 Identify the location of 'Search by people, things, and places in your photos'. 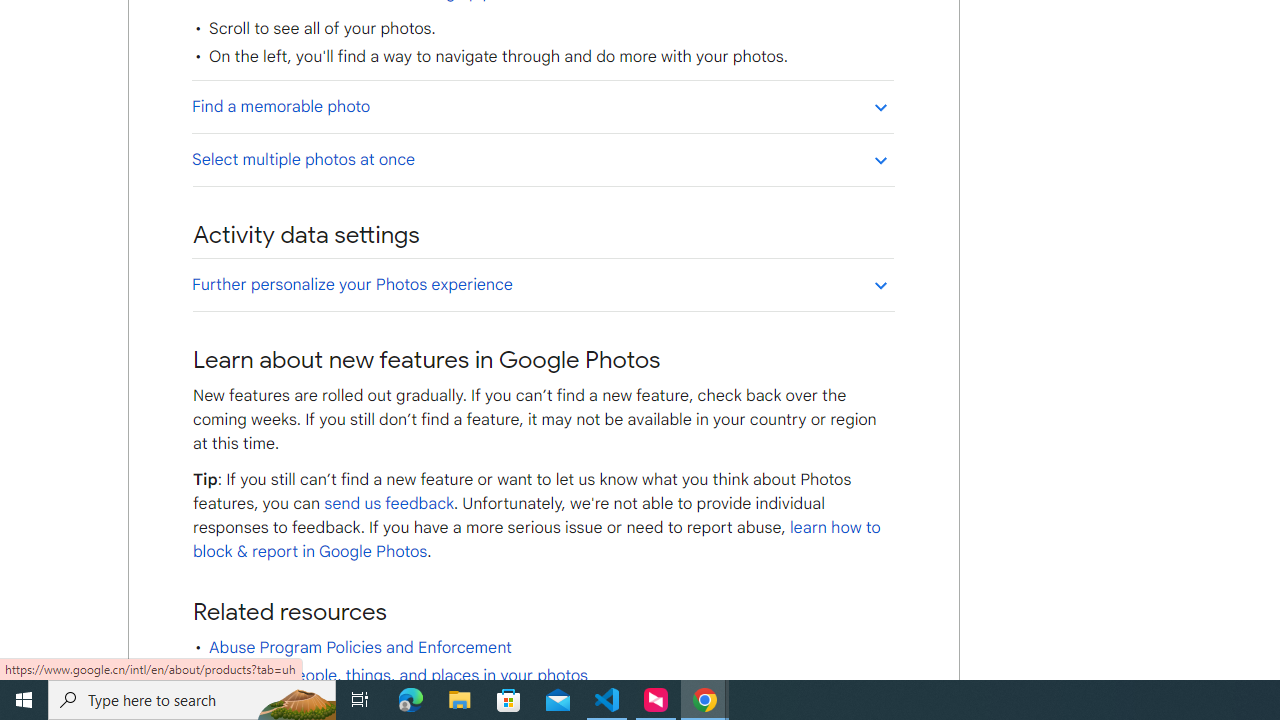
(398, 675).